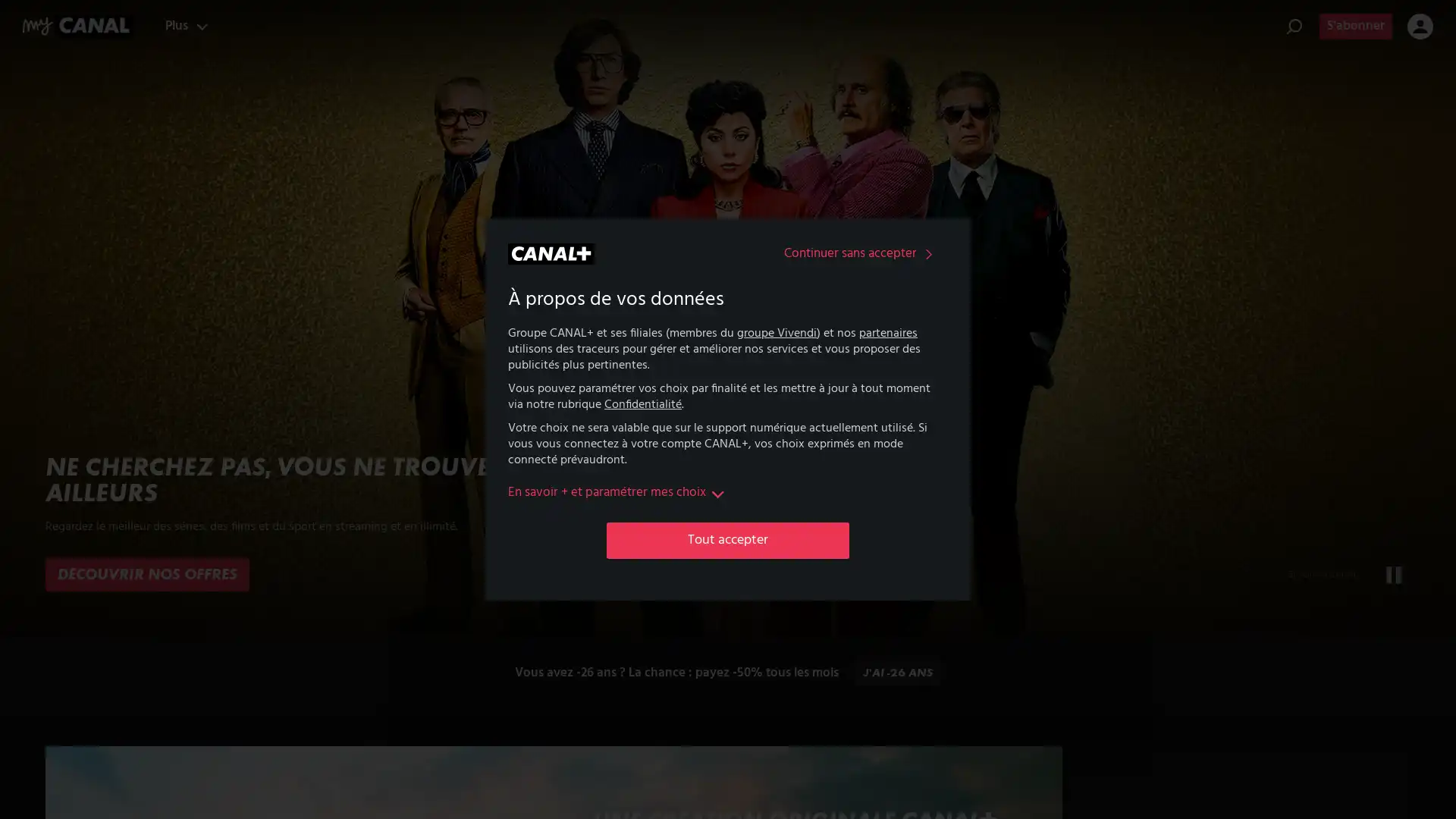 This screenshot has height=819, width=1456. Describe the element at coordinates (618, 493) in the screenshot. I see `En savoir plus et parametrer vos consentements` at that location.